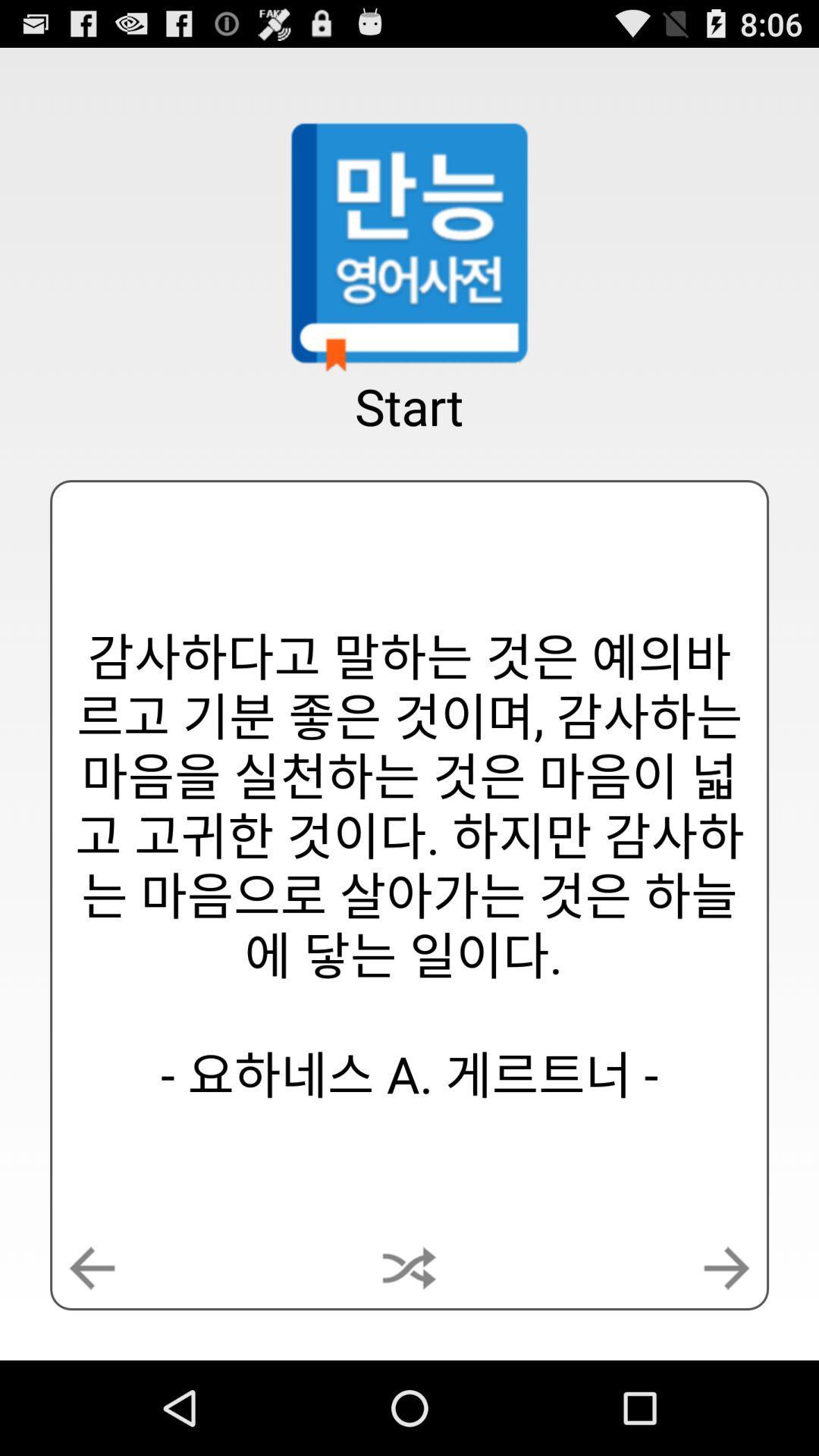  I want to click on icon below the start app, so click(409, 1268).